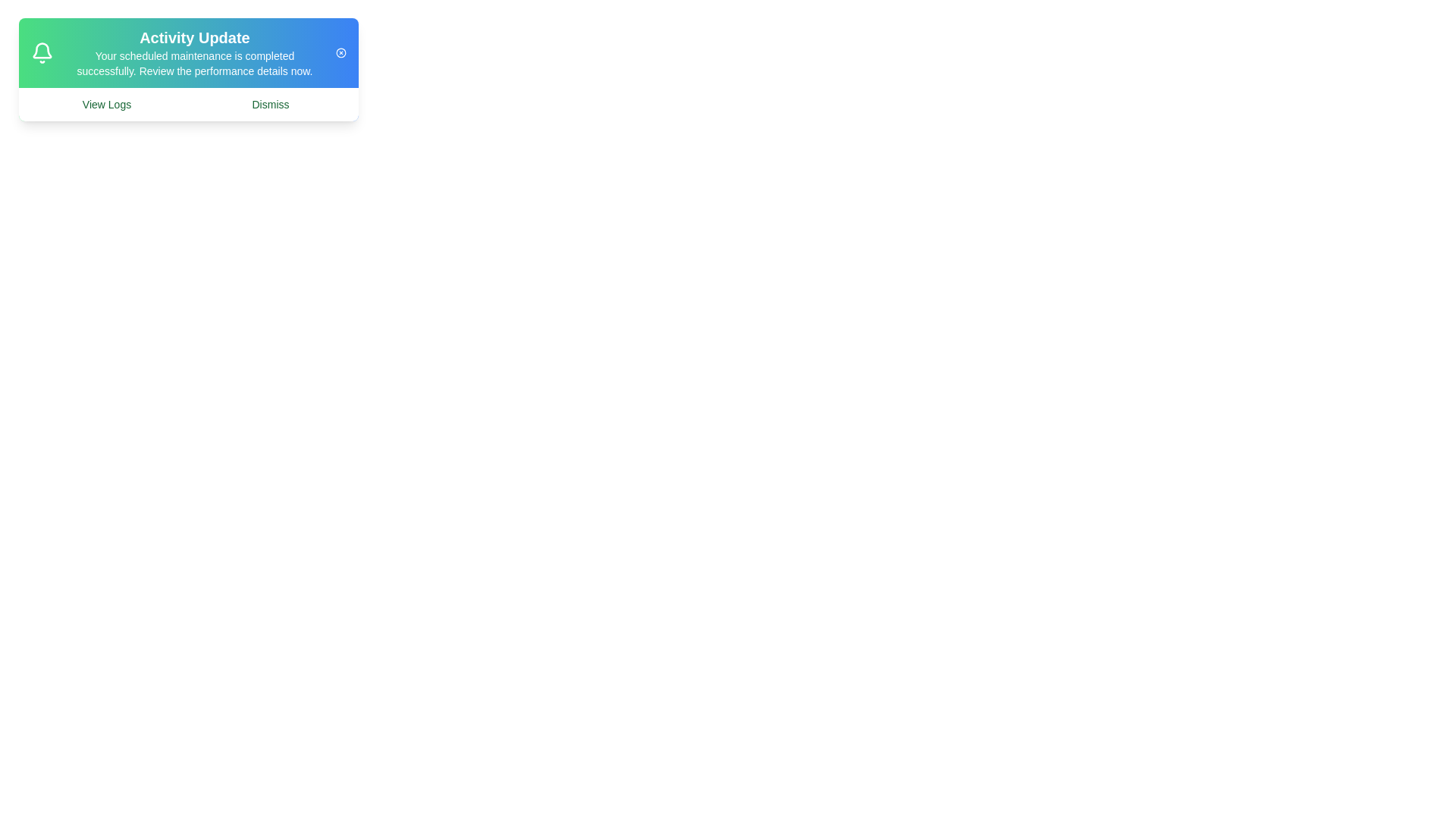 This screenshot has height=819, width=1456. Describe the element at coordinates (270, 104) in the screenshot. I see `'Dismiss' button to dismiss the update` at that location.